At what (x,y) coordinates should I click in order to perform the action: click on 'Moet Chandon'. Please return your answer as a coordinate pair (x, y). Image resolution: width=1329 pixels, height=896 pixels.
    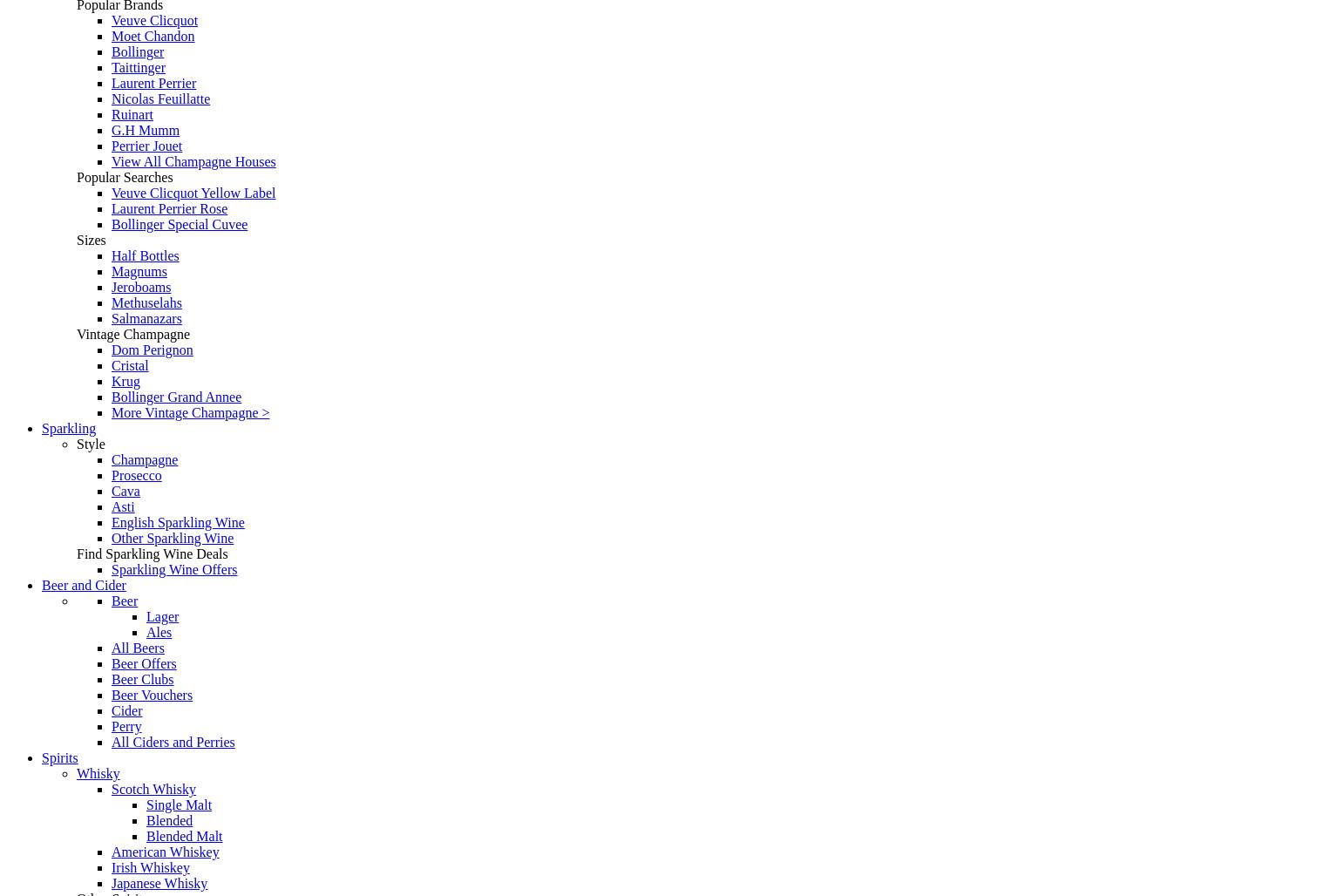
    Looking at the image, I should click on (152, 36).